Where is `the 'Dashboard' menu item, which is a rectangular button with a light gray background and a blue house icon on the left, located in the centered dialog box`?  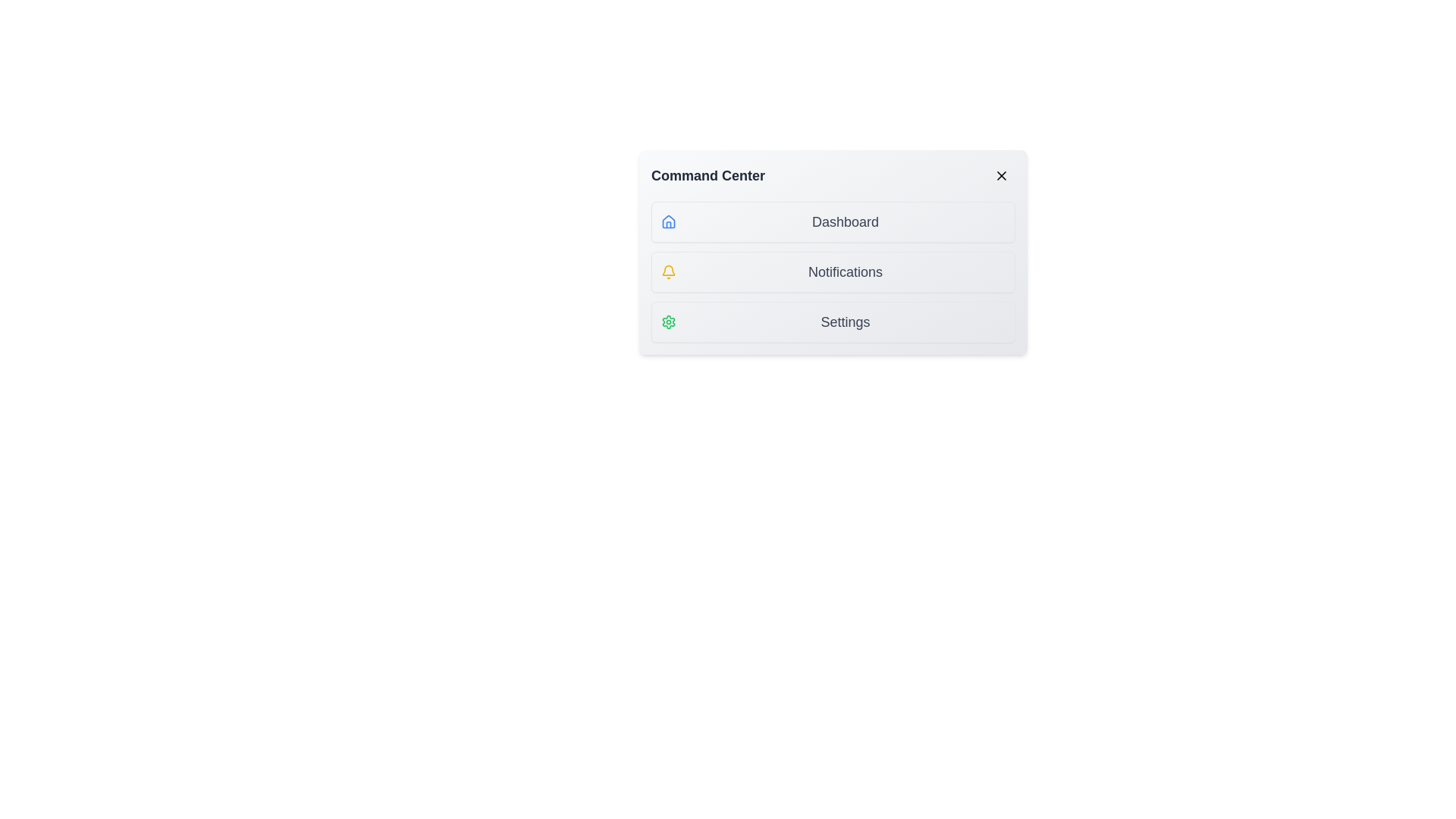
the 'Dashboard' menu item, which is a rectangular button with a light gray background and a blue house icon on the left, located in the centered dialog box is located at coordinates (833, 222).